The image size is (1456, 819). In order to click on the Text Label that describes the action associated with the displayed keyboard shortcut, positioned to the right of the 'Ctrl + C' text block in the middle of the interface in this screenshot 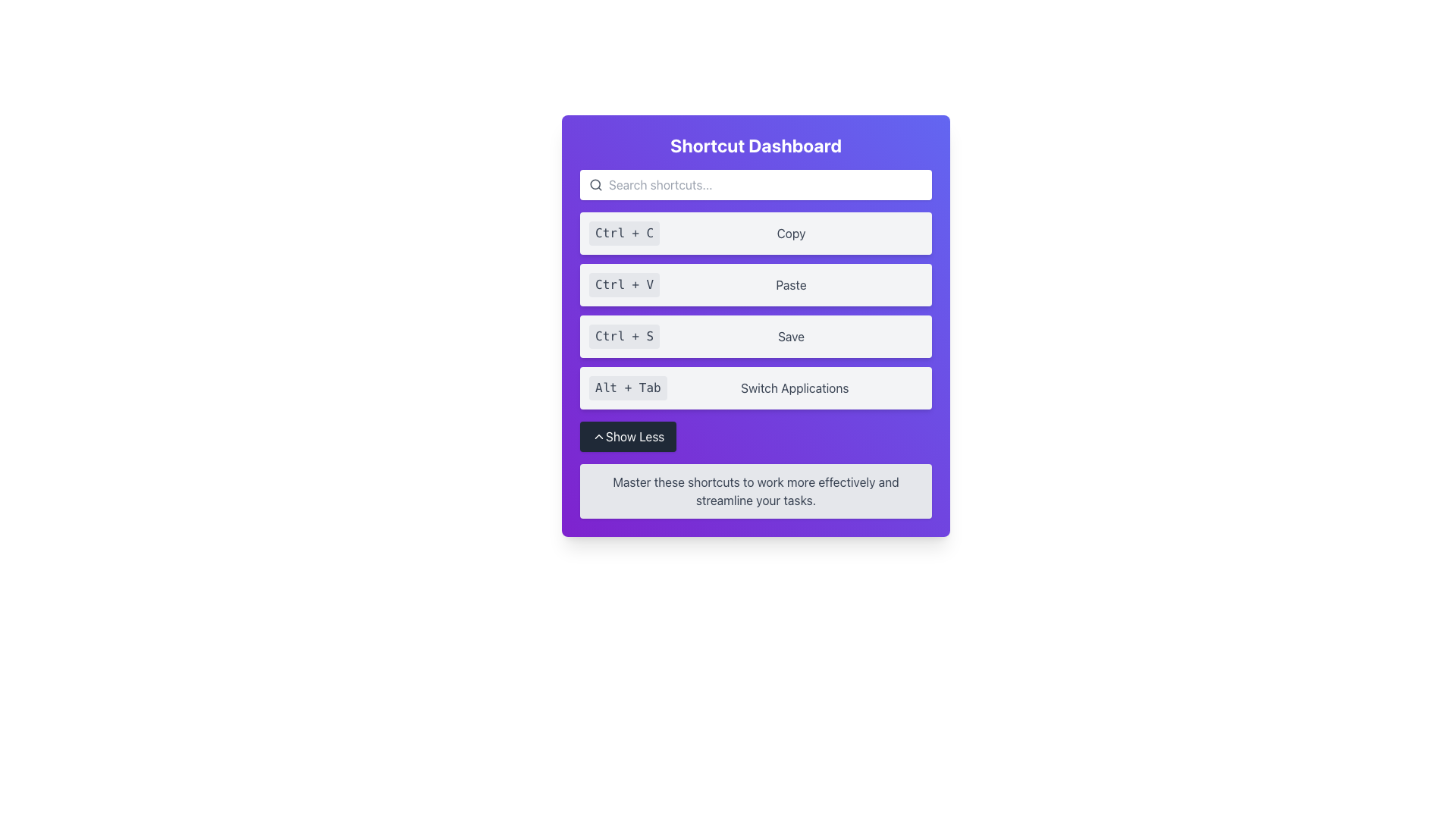, I will do `click(790, 234)`.